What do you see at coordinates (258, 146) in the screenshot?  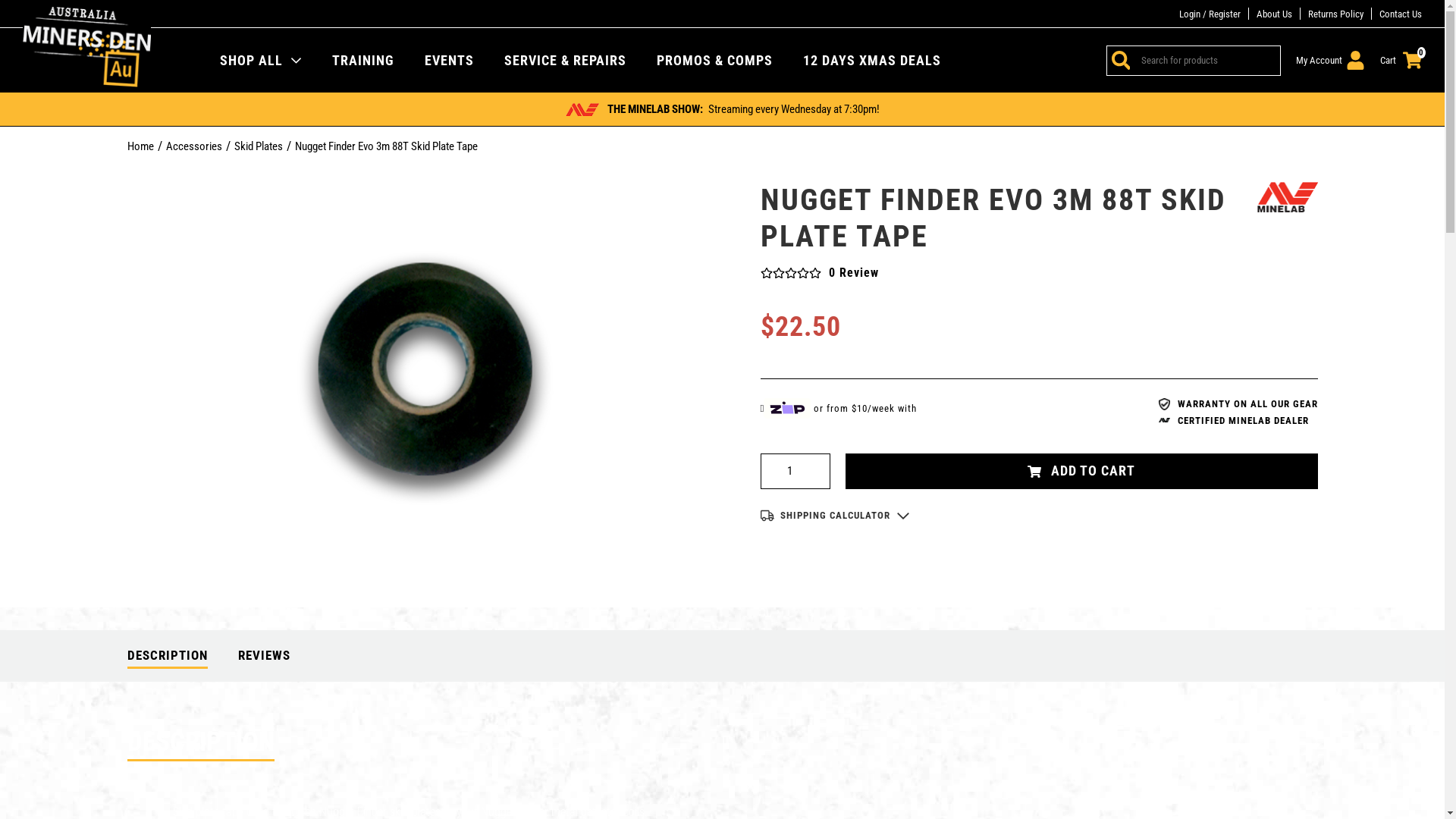 I see `'Skid Plates'` at bounding box center [258, 146].